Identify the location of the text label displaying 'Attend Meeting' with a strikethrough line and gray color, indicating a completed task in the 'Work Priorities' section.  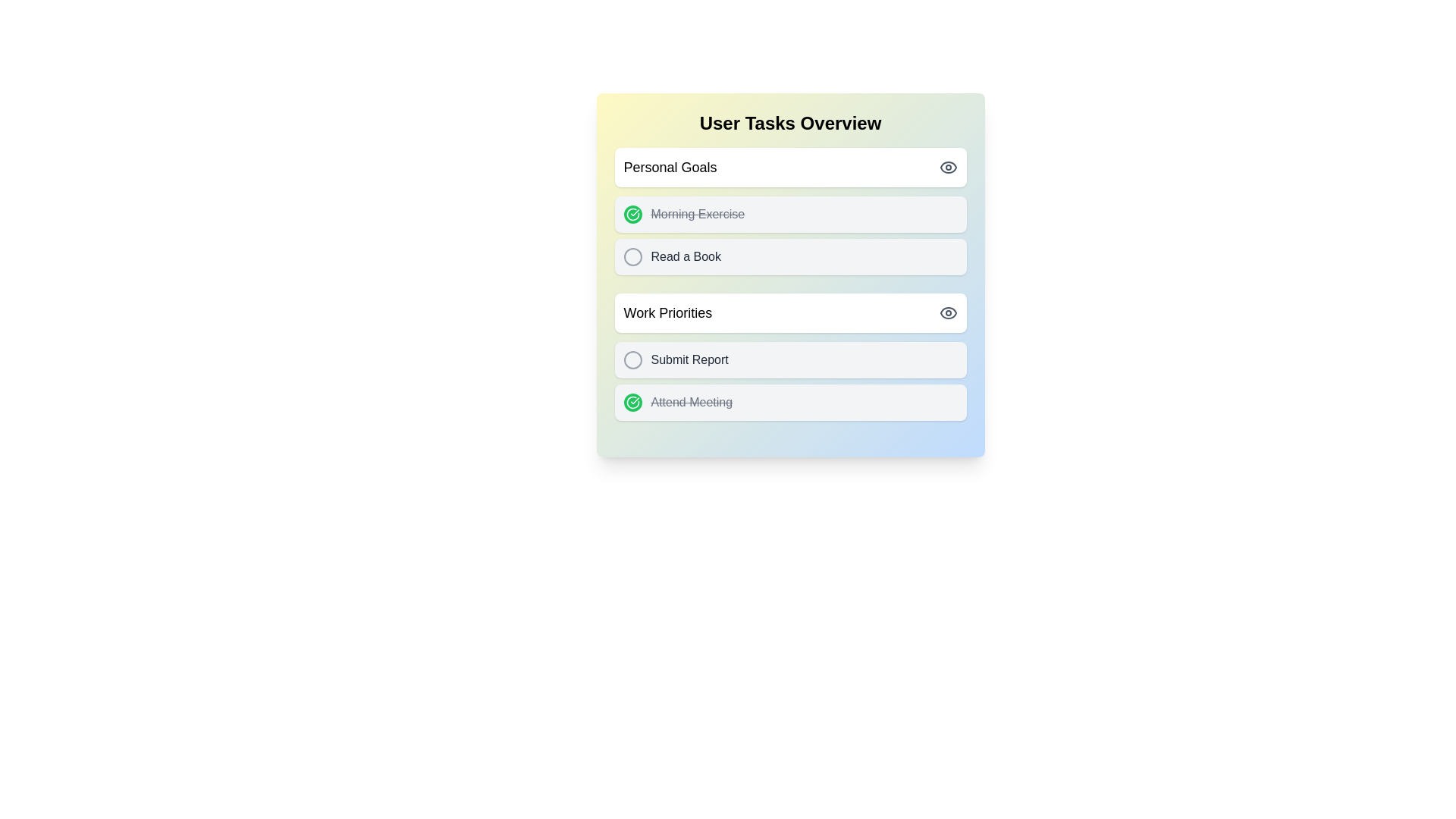
(691, 402).